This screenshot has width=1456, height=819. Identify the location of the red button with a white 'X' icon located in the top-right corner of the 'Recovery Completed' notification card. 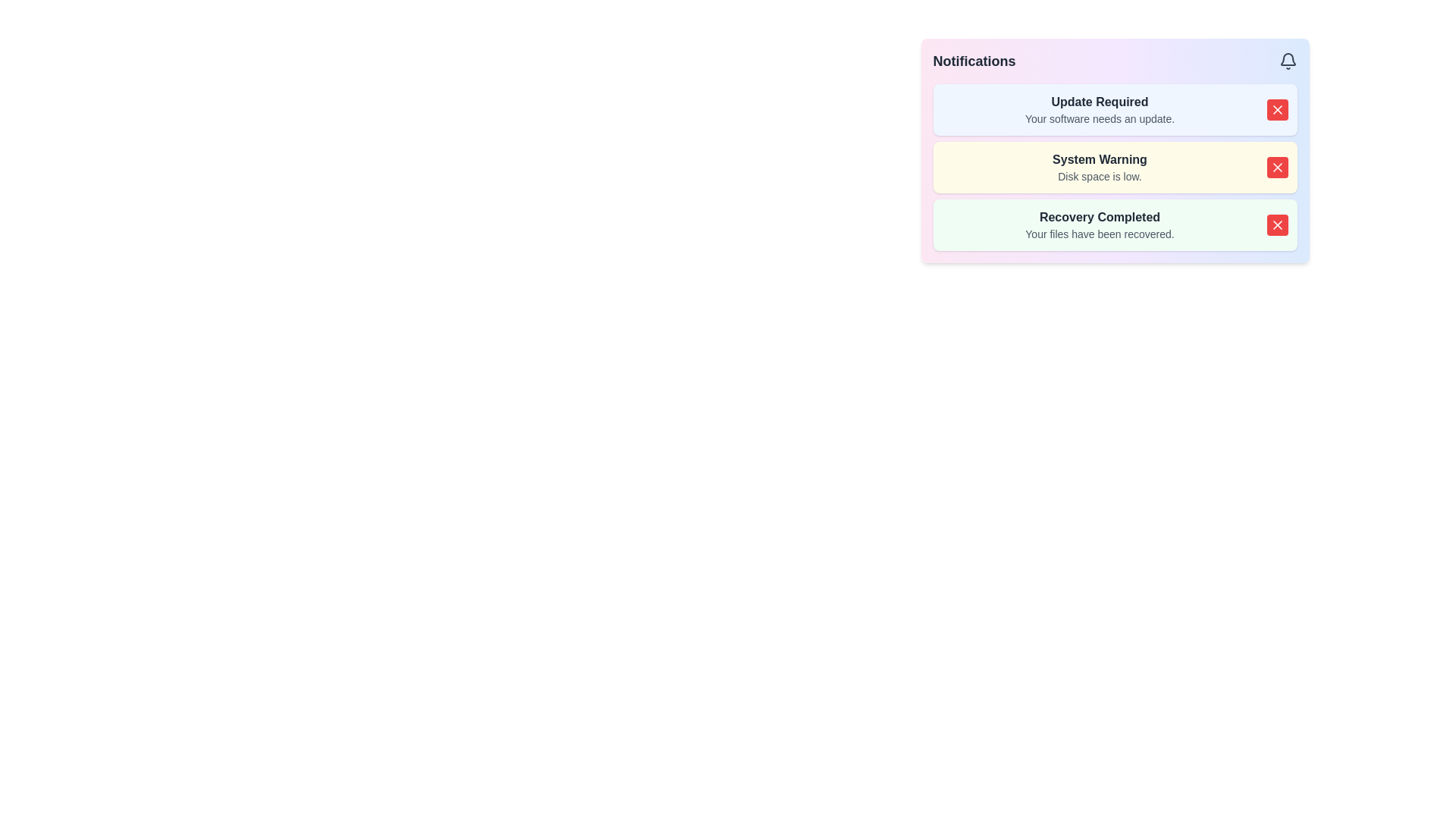
(1276, 225).